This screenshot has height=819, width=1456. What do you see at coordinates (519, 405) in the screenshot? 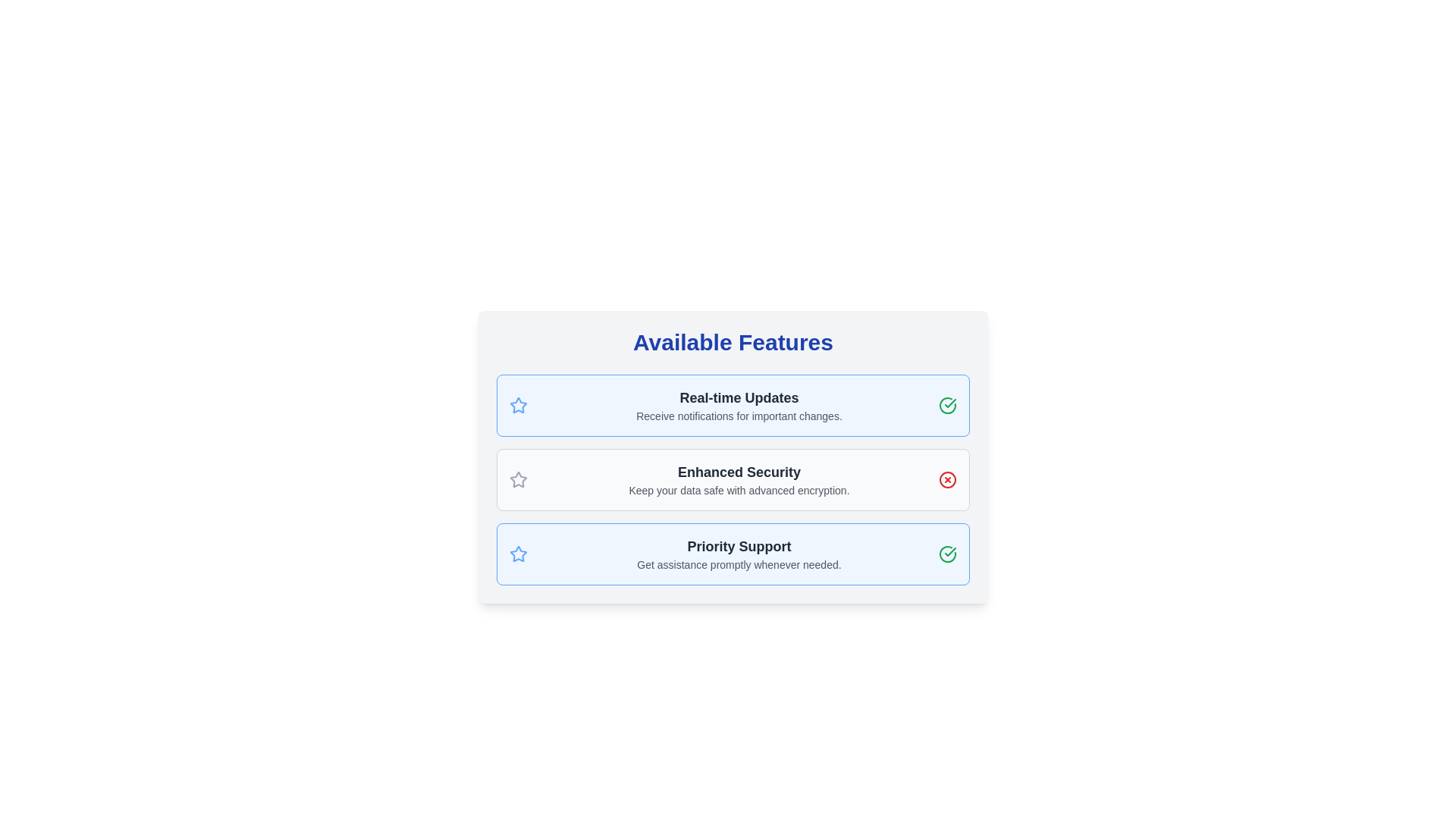
I see `the star icon element with a blue outline located within the 'Real-time Updates' card, positioned before the text content` at bounding box center [519, 405].